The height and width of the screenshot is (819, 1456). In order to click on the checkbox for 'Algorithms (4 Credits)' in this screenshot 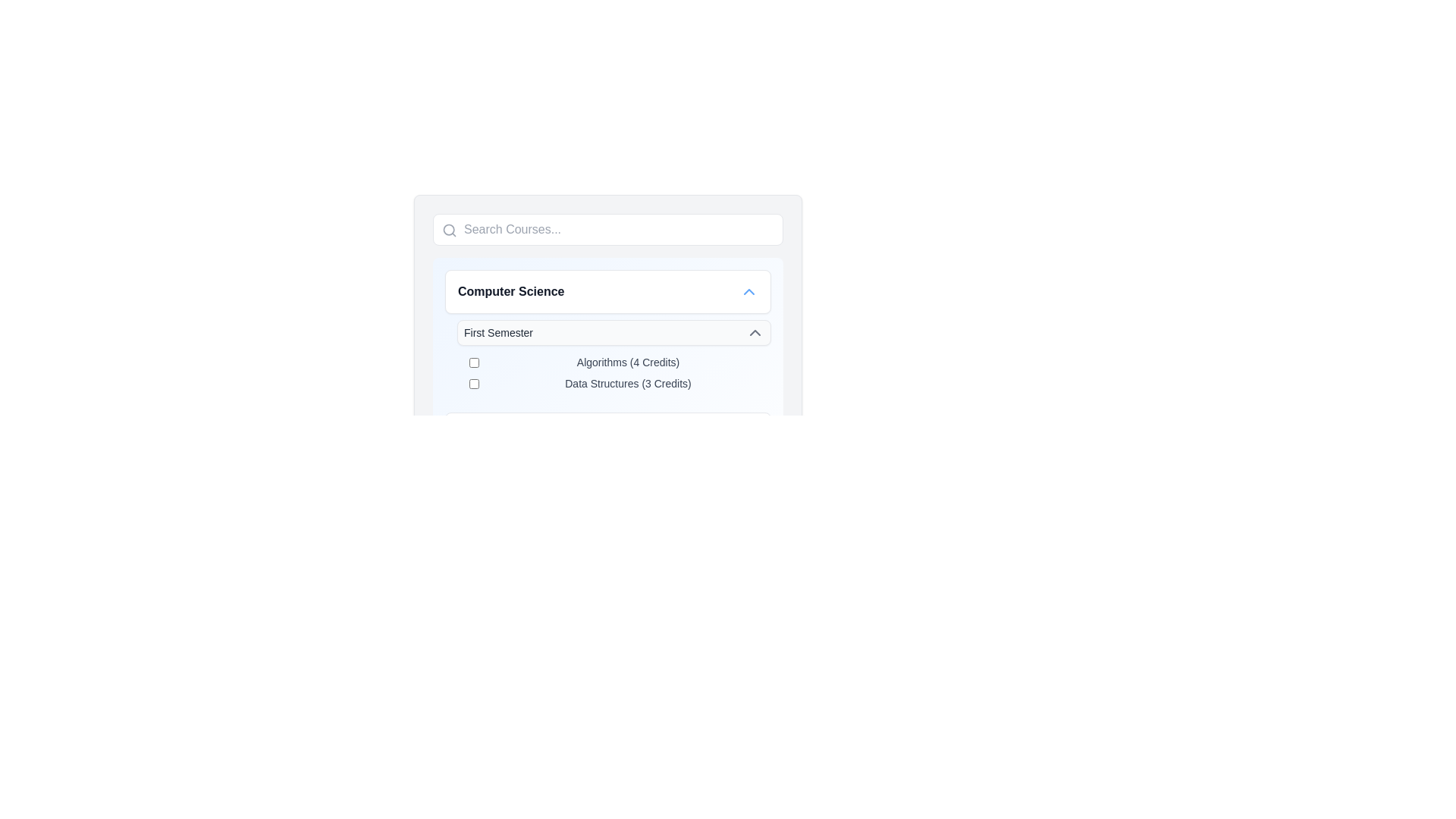, I will do `click(473, 362)`.